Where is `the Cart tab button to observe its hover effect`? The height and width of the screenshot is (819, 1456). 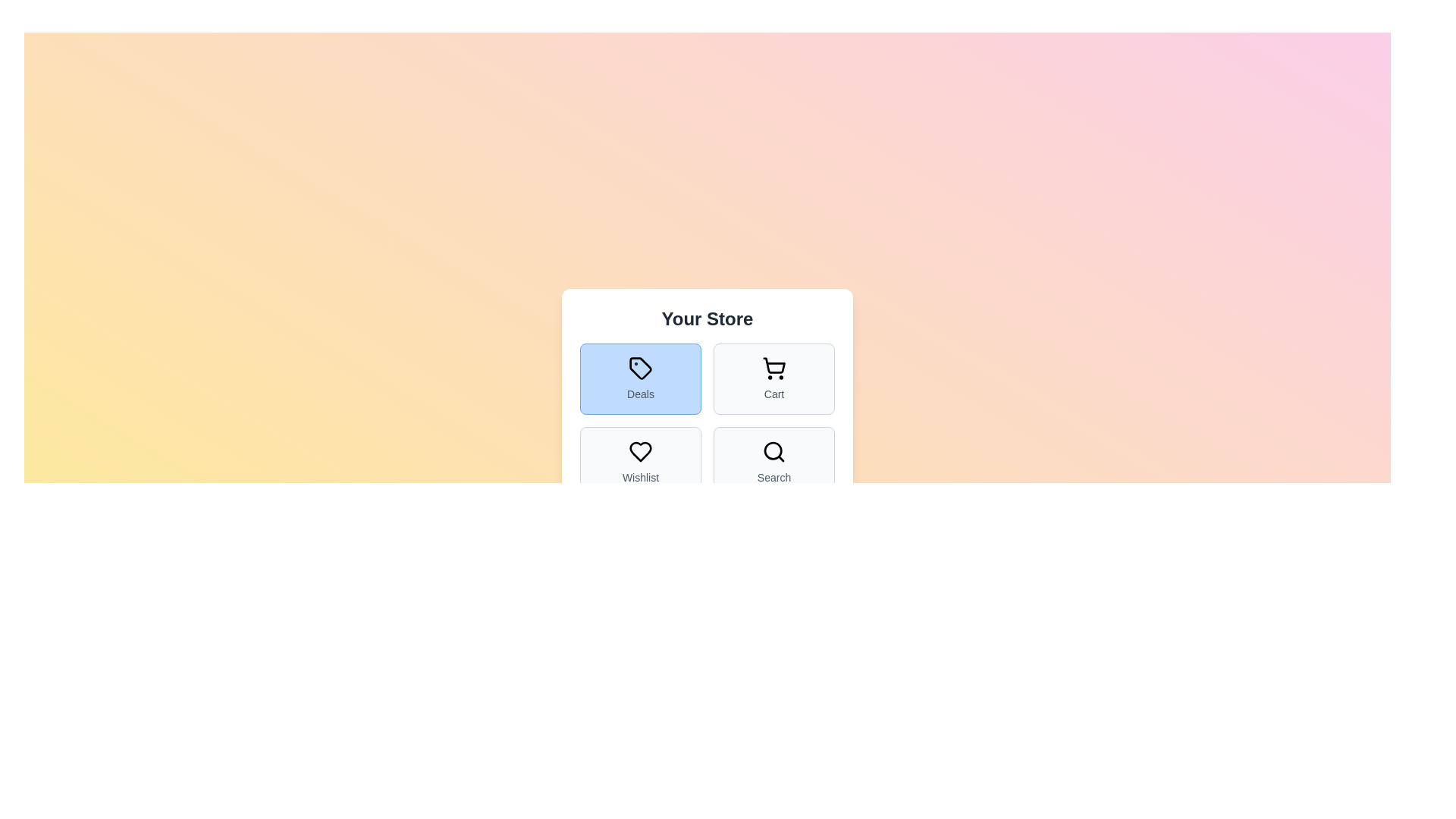 the Cart tab button to observe its hover effect is located at coordinates (774, 378).